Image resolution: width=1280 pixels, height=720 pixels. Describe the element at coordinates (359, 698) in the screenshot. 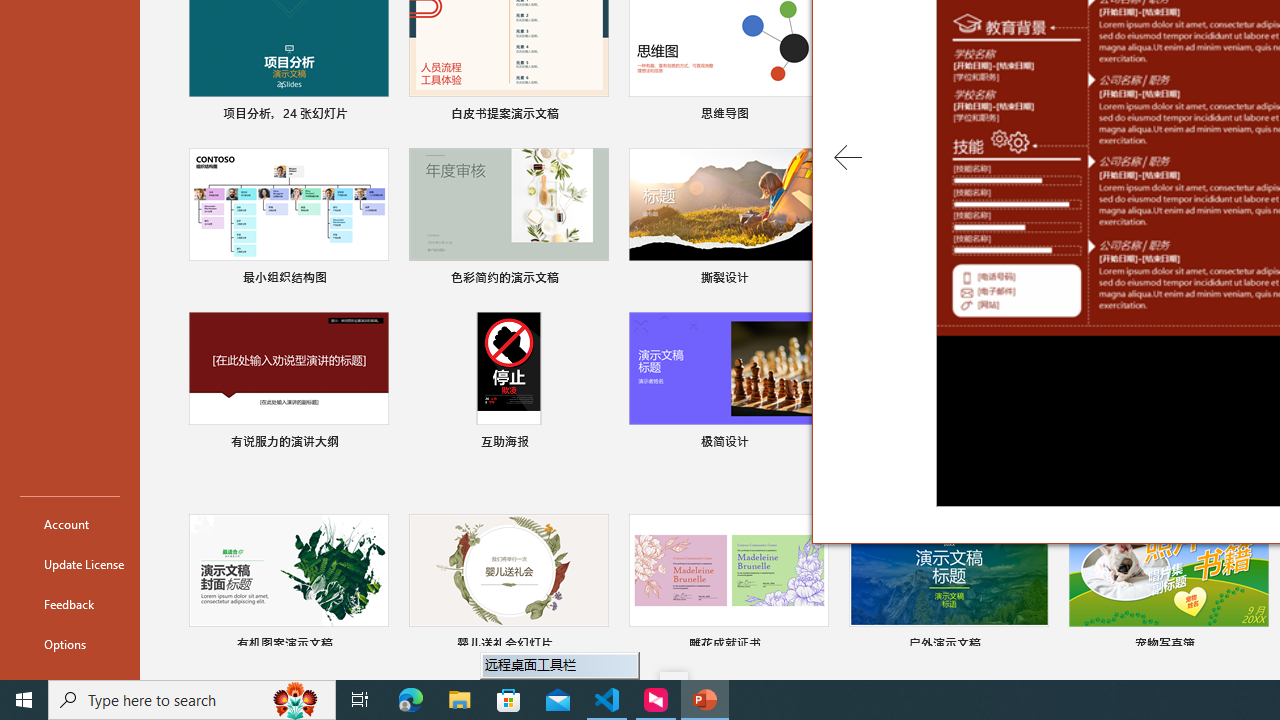

I see `'Task View'` at that location.